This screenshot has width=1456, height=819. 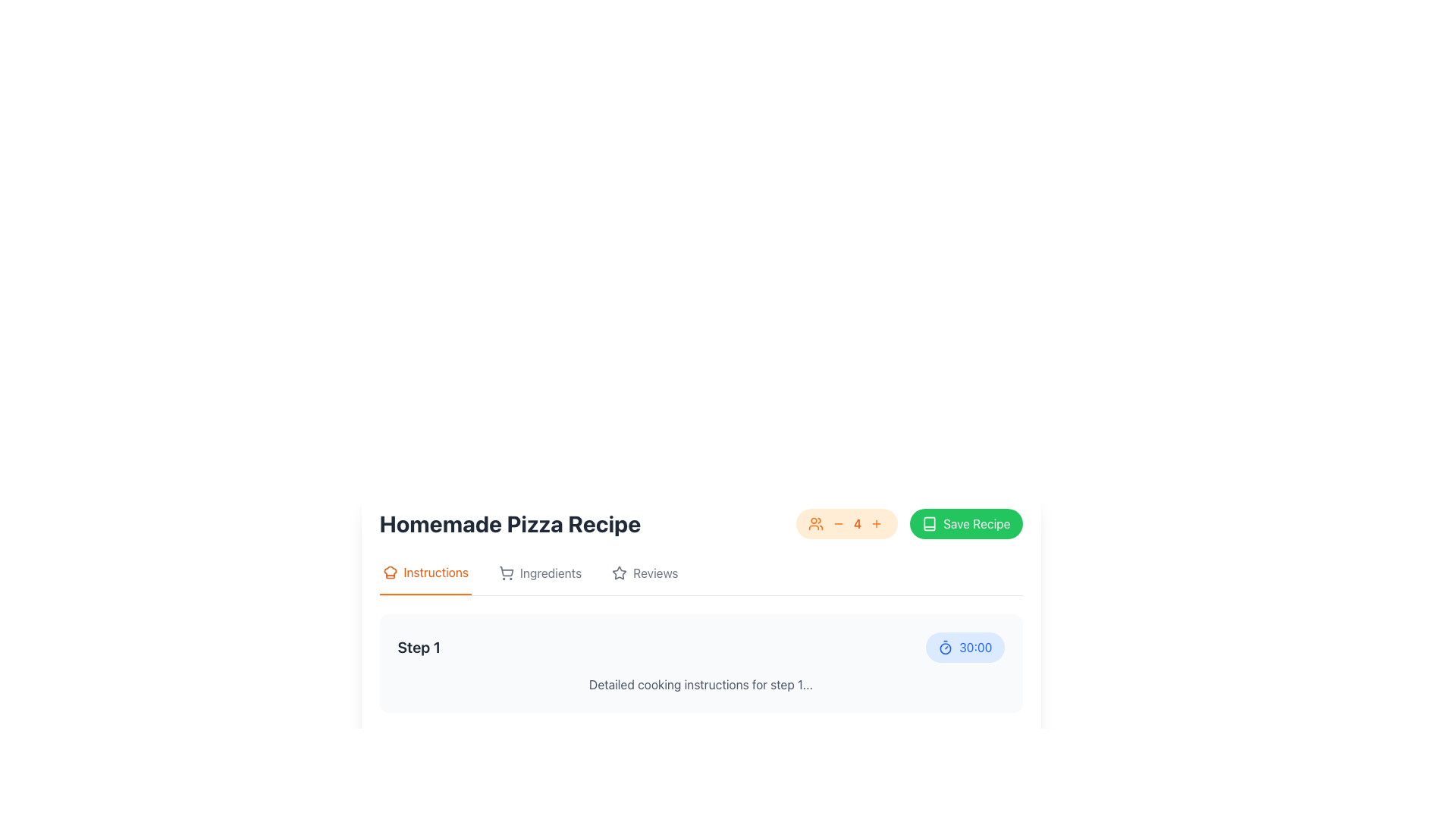 I want to click on the first tab of the navigation bar labeled 'Instructions', so click(x=425, y=579).